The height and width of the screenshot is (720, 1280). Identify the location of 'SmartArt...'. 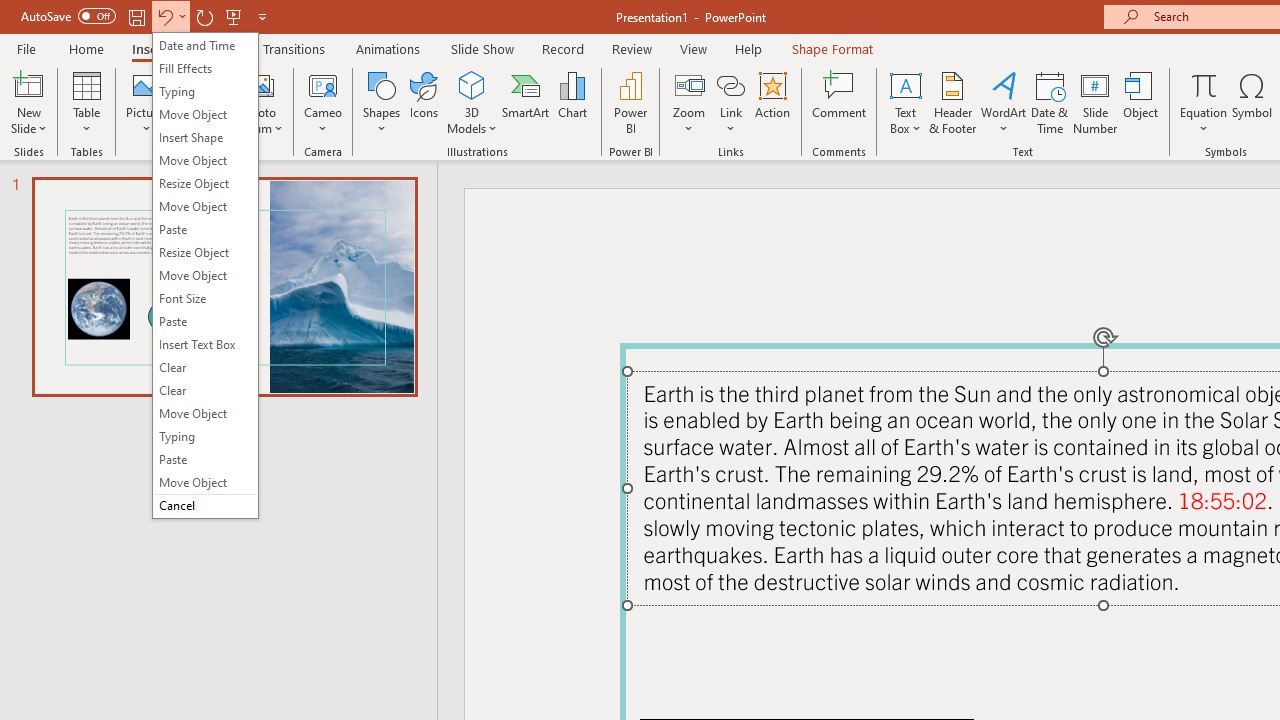
(526, 103).